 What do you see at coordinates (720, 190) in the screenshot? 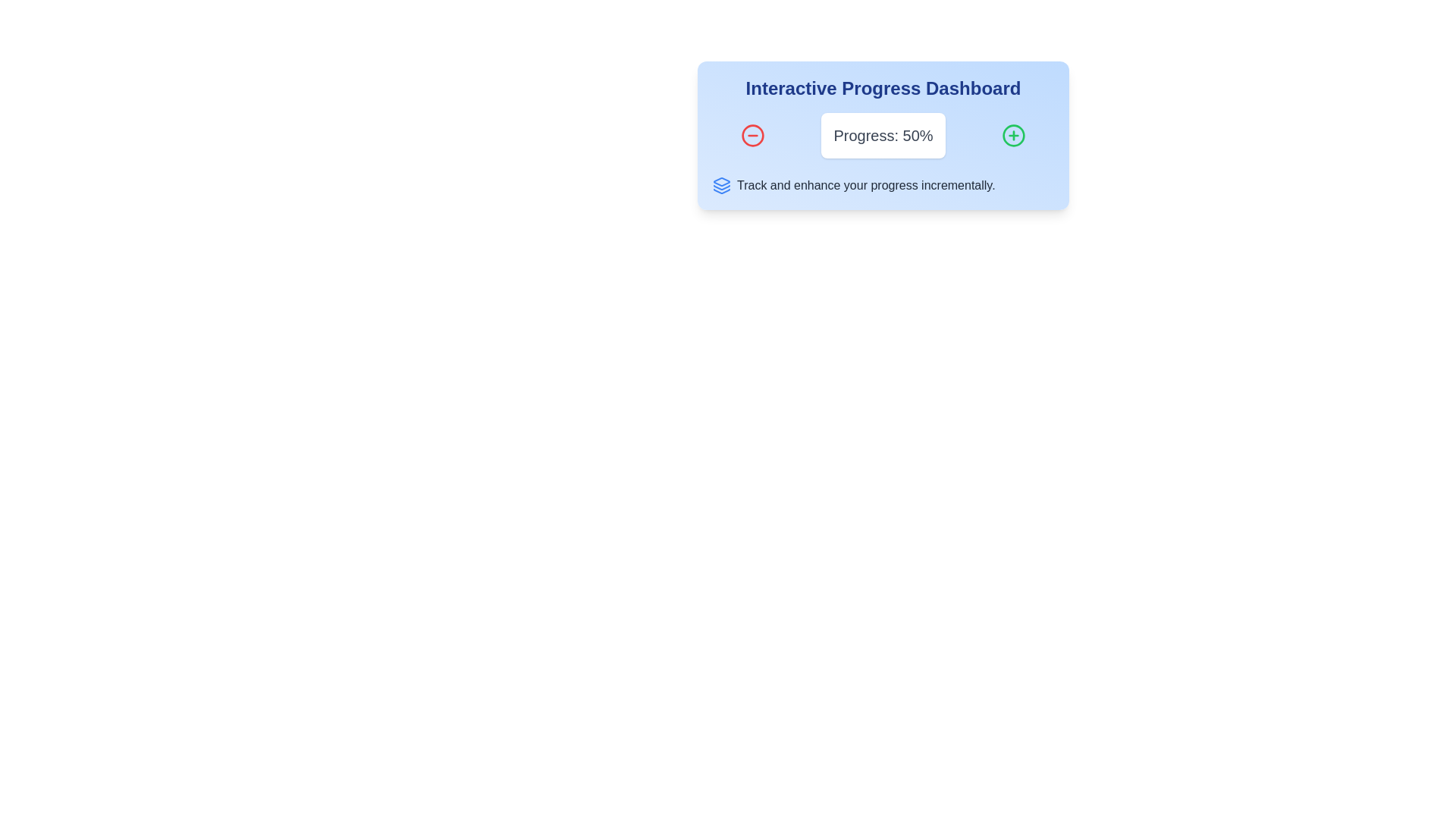
I see `the graphic icon resembling a layer icon with three stacked segments, located within the blue-colored dashboard area of the 'Interactive Progress Dashboard' card` at bounding box center [720, 190].